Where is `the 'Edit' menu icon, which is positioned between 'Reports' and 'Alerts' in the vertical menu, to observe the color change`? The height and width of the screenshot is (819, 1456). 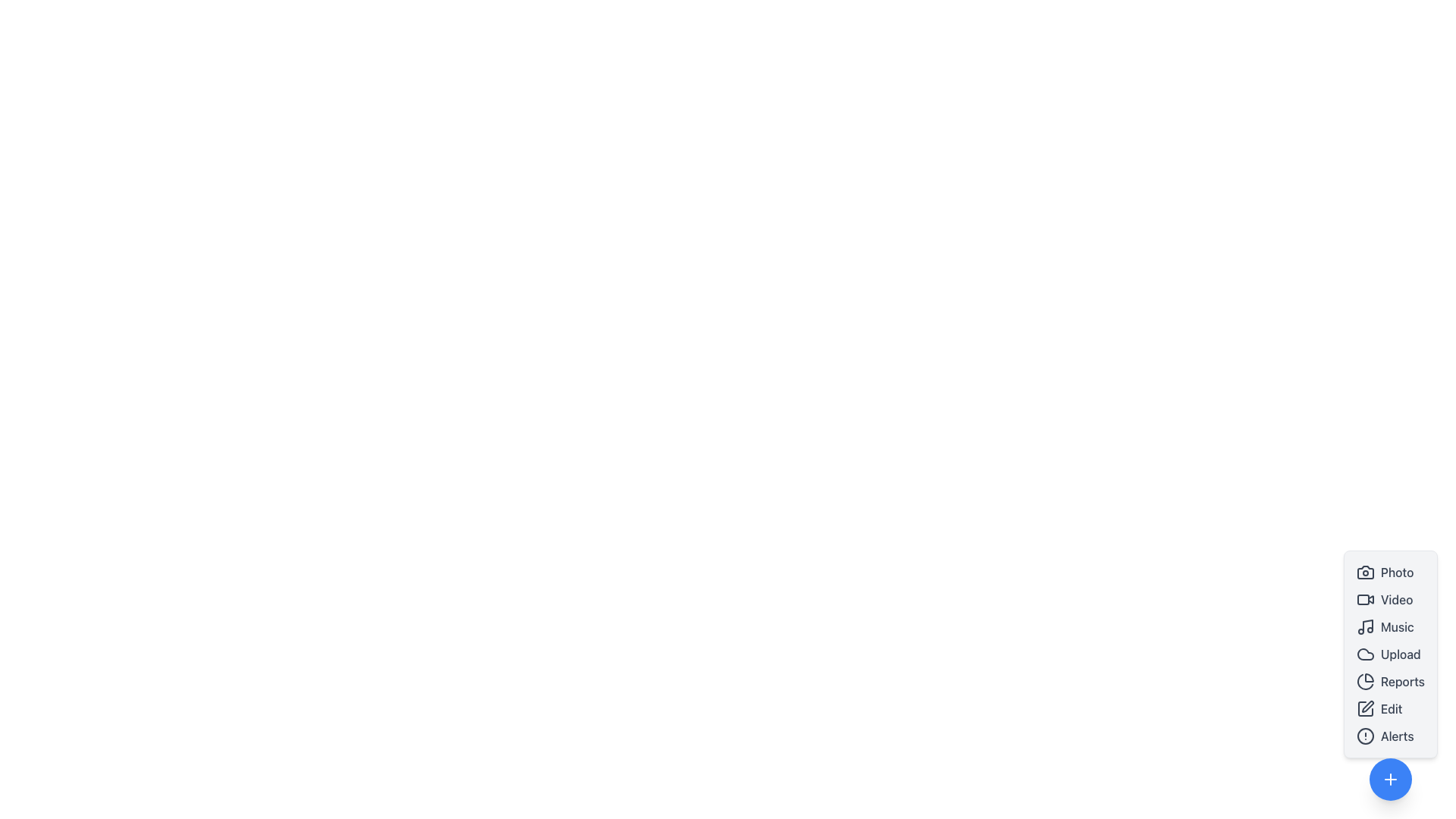
the 'Edit' menu icon, which is positioned between 'Reports' and 'Alerts' in the vertical menu, to observe the color change is located at coordinates (1365, 708).